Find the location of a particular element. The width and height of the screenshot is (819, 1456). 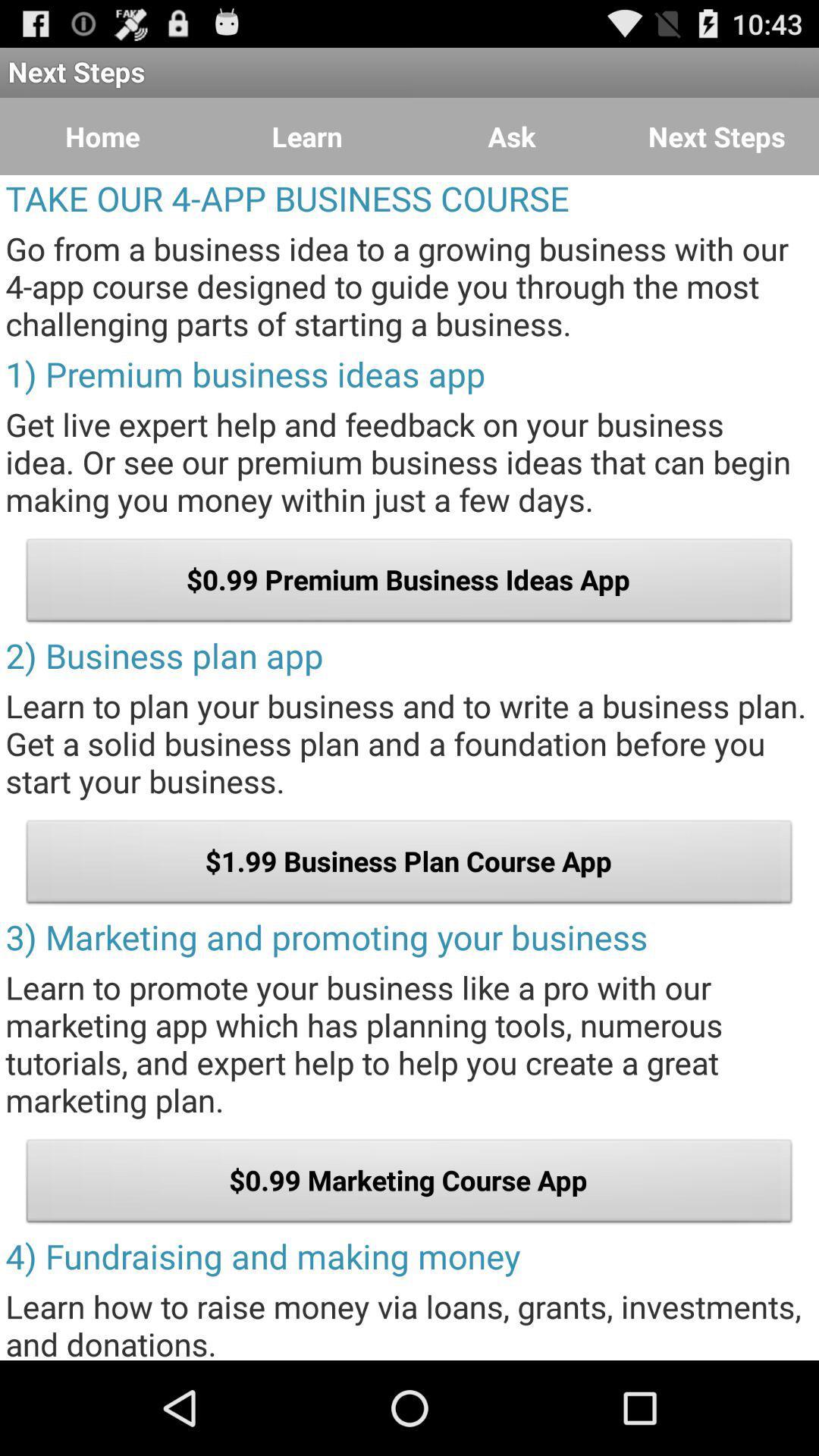

the ask icon is located at coordinates (512, 136).